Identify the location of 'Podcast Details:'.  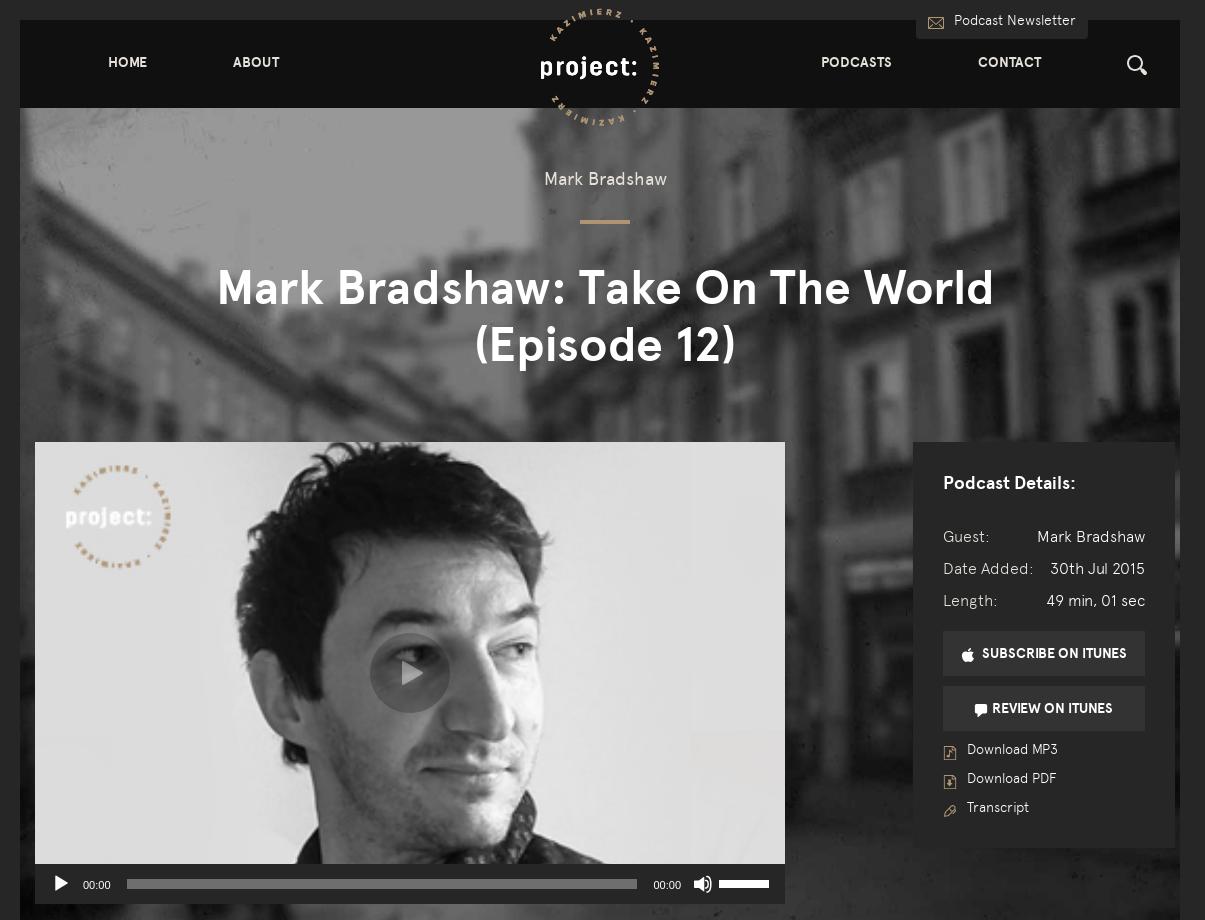
(1008, 481).